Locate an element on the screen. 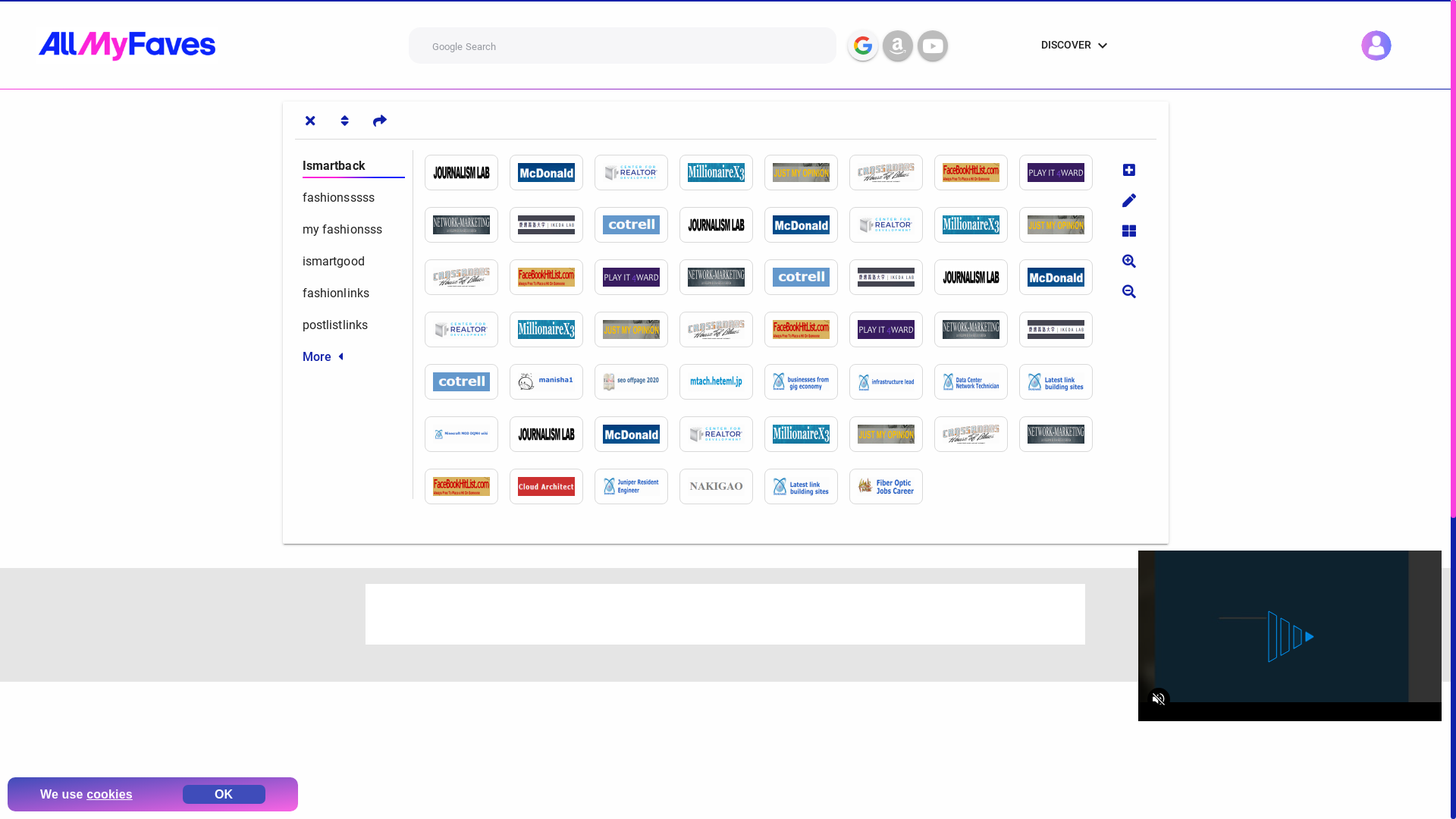  'Youtube Search' is located at coordinates (931, 45).